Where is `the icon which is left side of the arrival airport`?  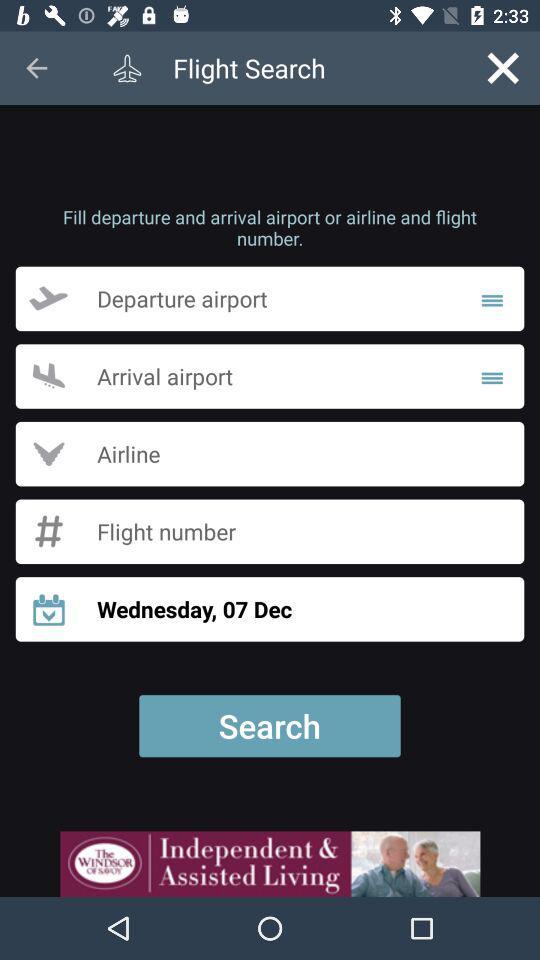
the icon which is left side of the arrival airport is located at coordinates (48, 375).